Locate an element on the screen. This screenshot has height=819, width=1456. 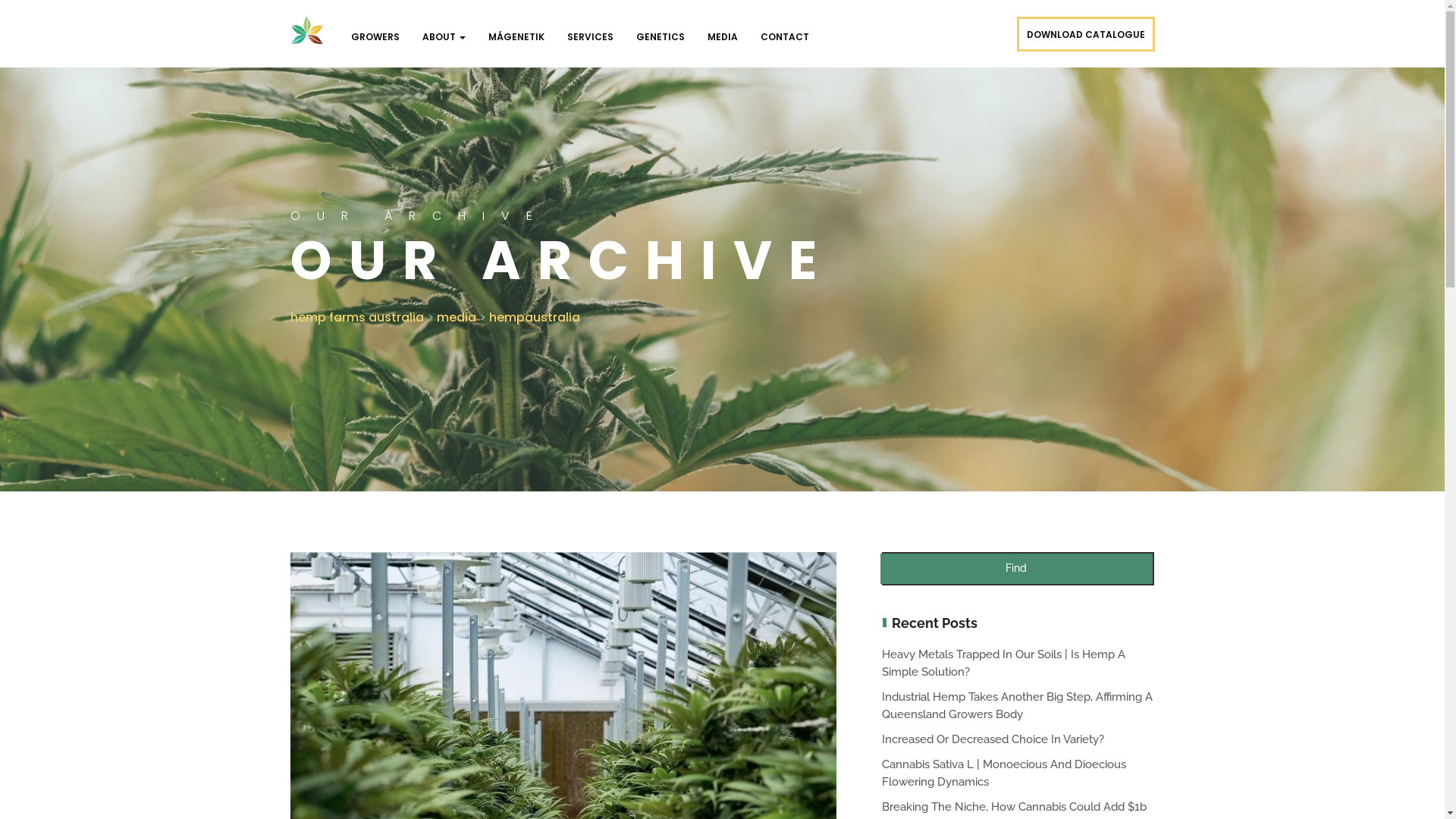
'MEDIA' is located at coordinates (702, 36).